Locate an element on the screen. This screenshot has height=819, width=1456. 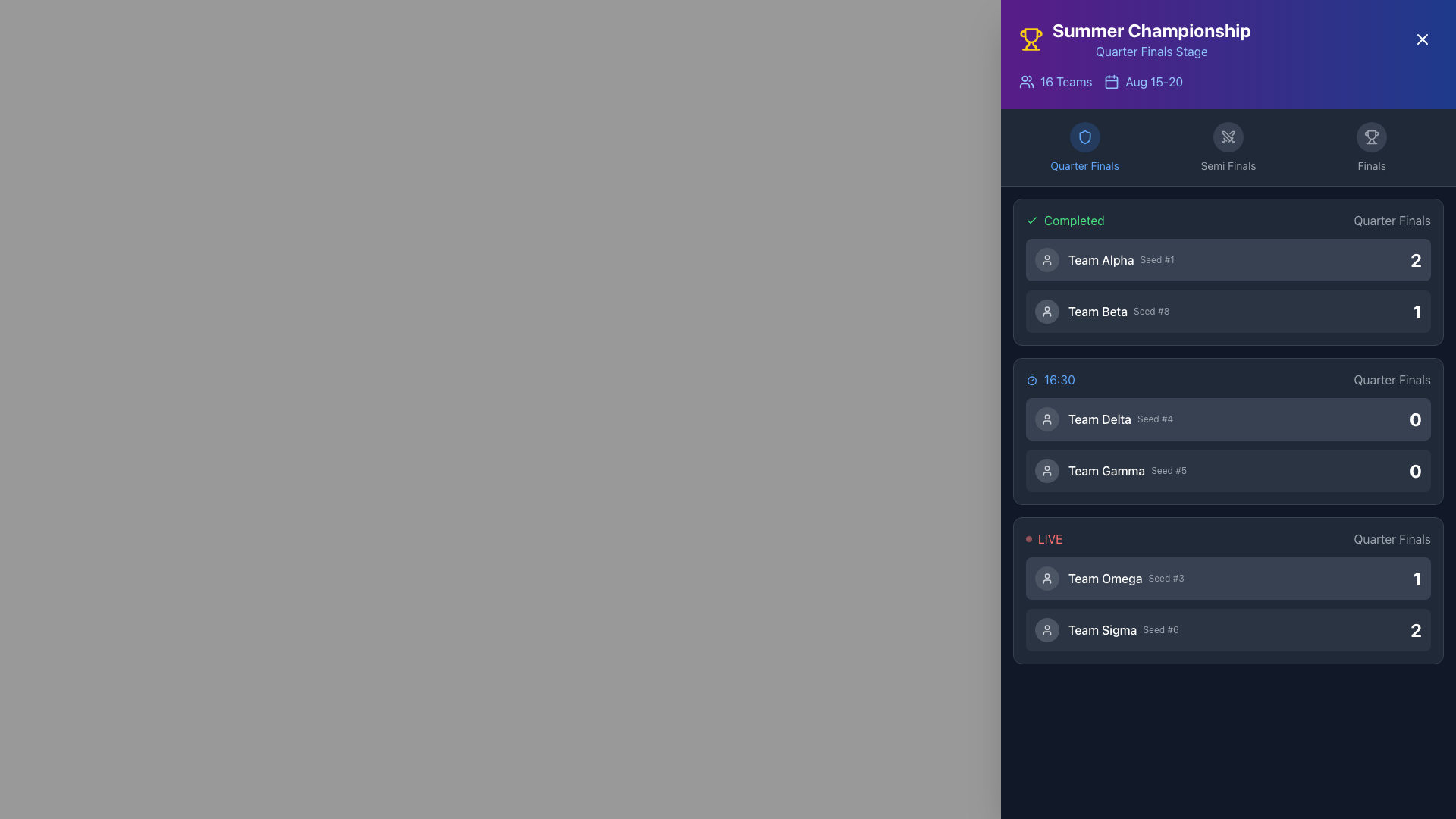
the circular icon button with a gray background and crossed swords icon, located under the 'Semi Finals' text label is located at coordinates (1228, 137).